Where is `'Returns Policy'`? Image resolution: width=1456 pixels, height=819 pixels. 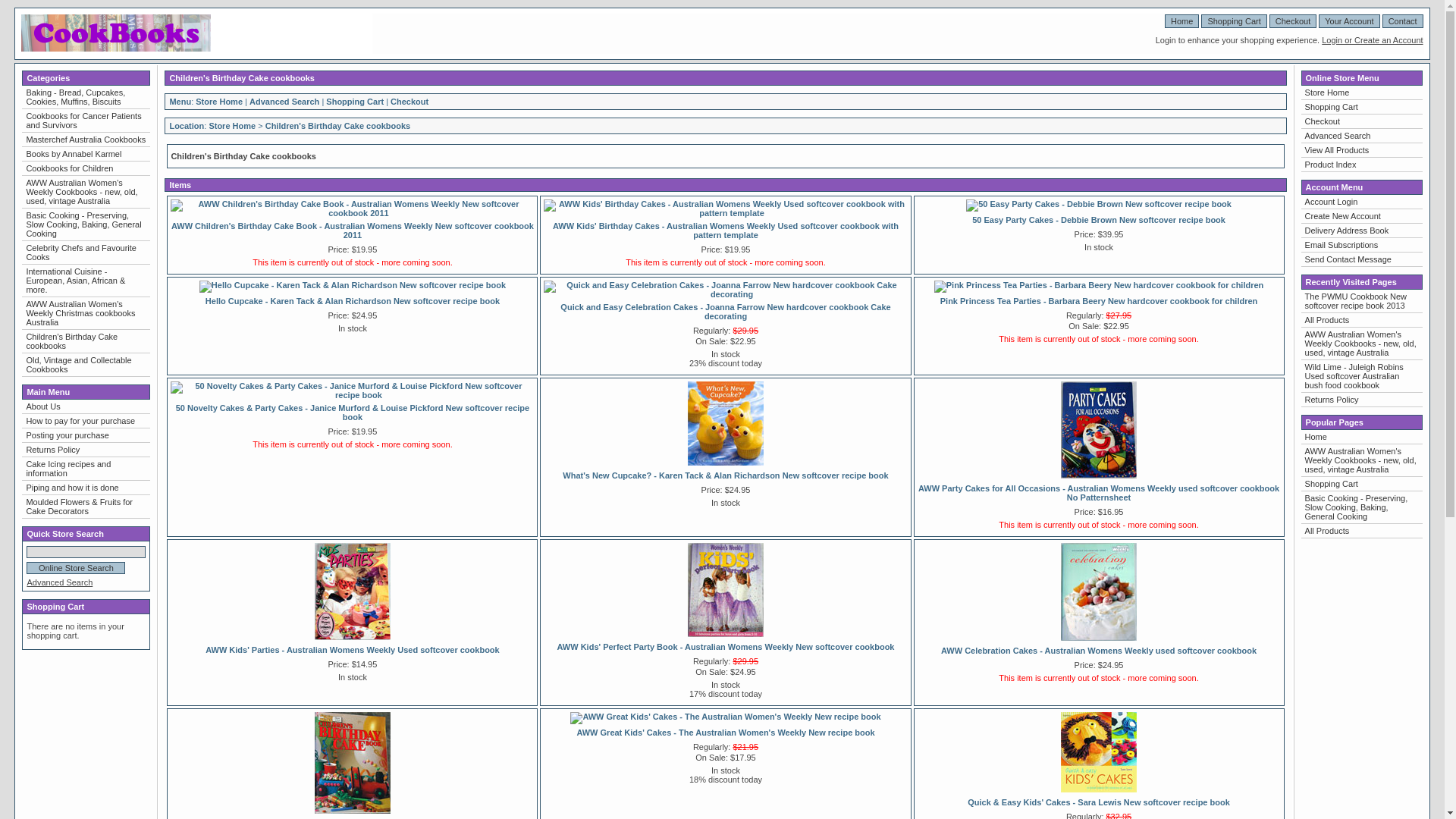 'Returns Policy' is located at coordinates (21, 449).